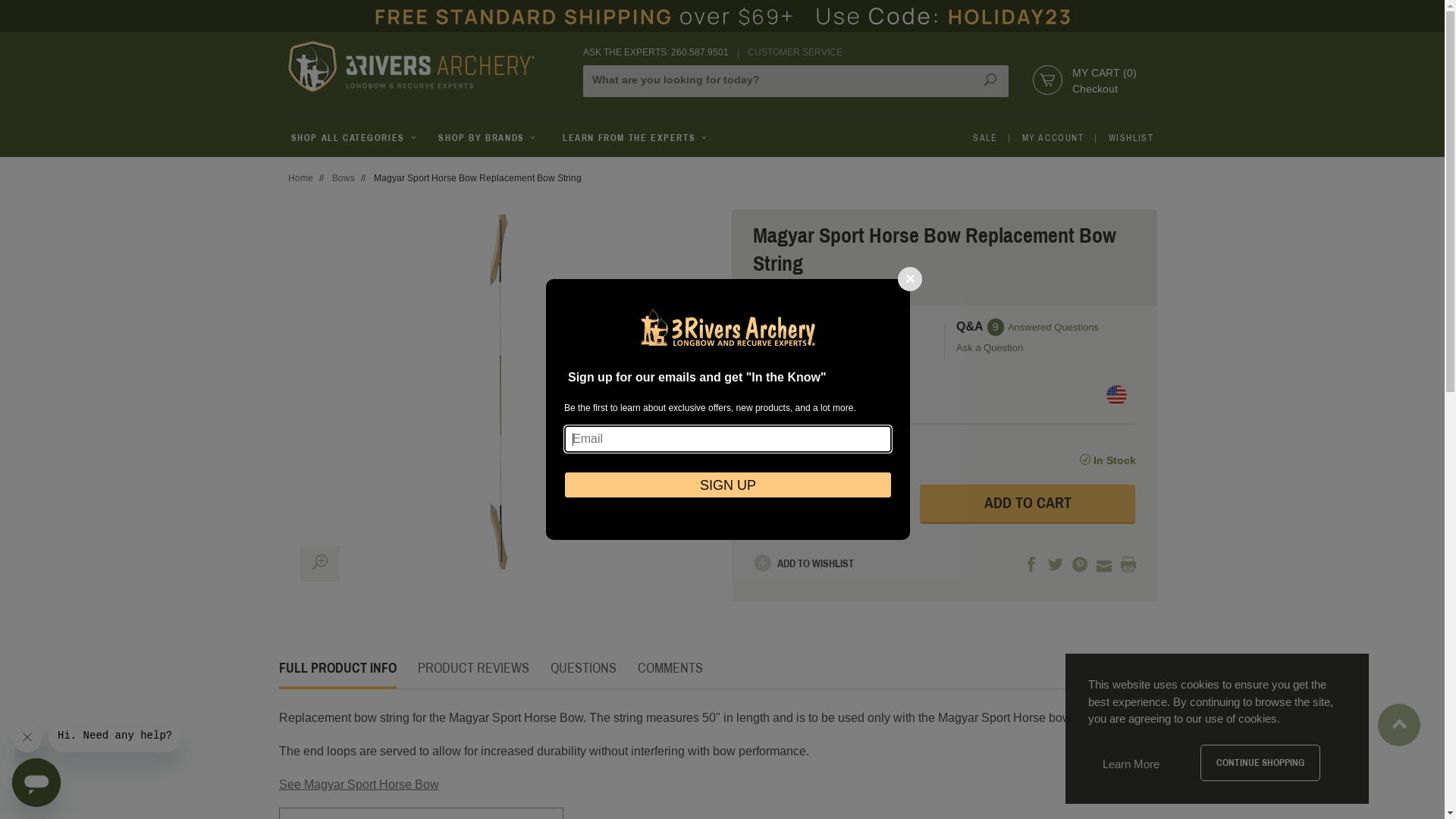 The image size is (1456, 819). I want to click on 'Print This Page', so click(1128, 565).